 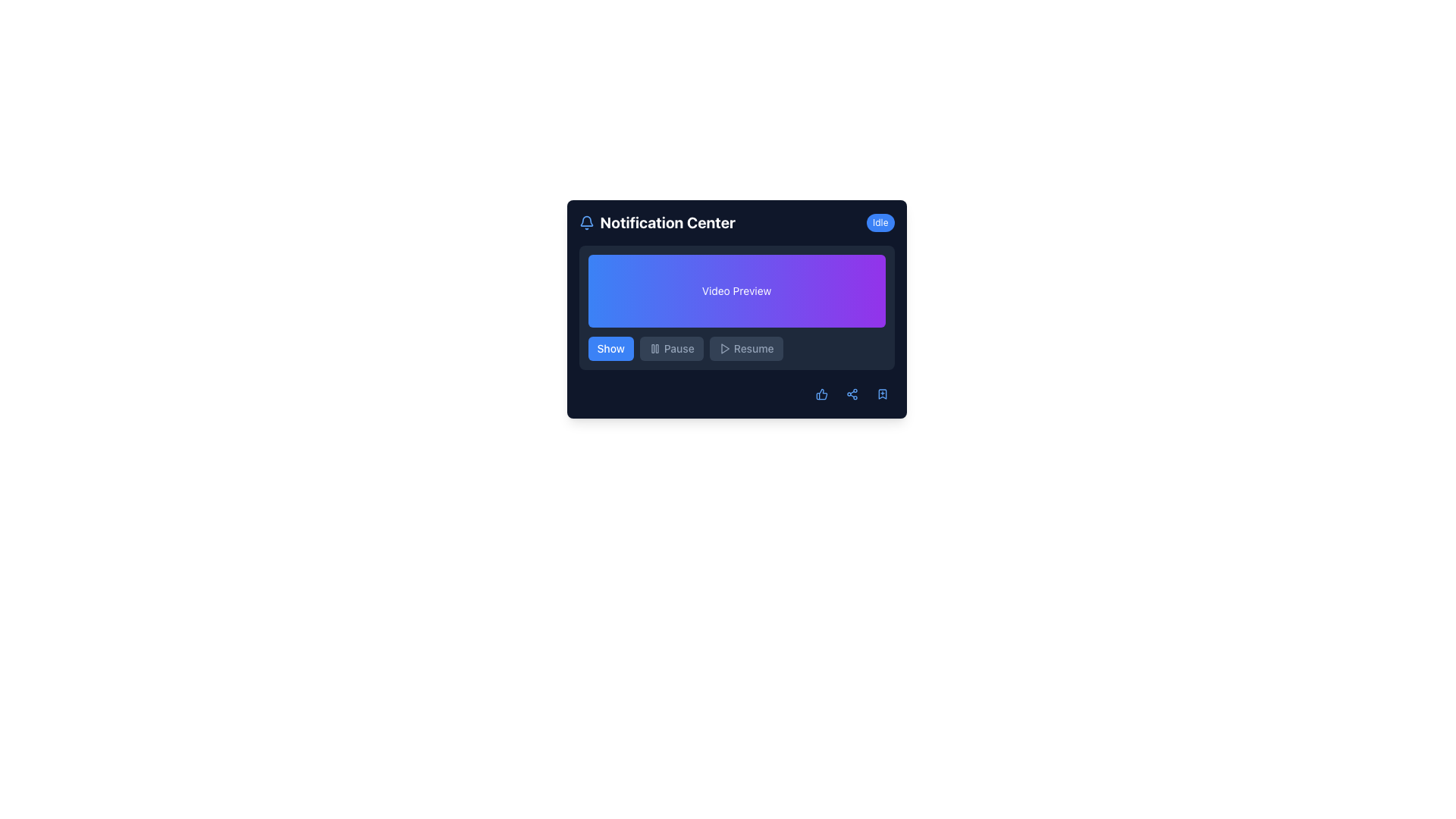 I want to click on the Icon Button located in the notification center, which is the second button from the right in the panel's horizontal footer button group, so click(x=852, y=394).